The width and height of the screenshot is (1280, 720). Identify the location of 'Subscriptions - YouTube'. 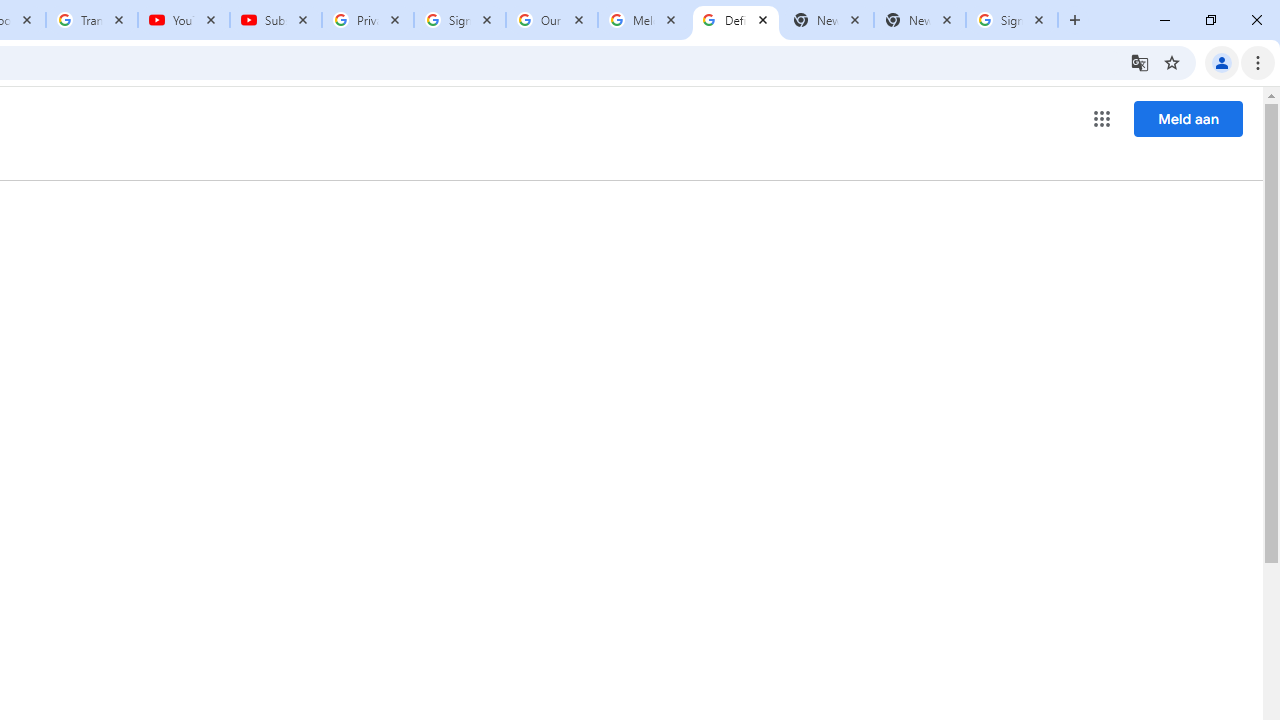
(275, 20).